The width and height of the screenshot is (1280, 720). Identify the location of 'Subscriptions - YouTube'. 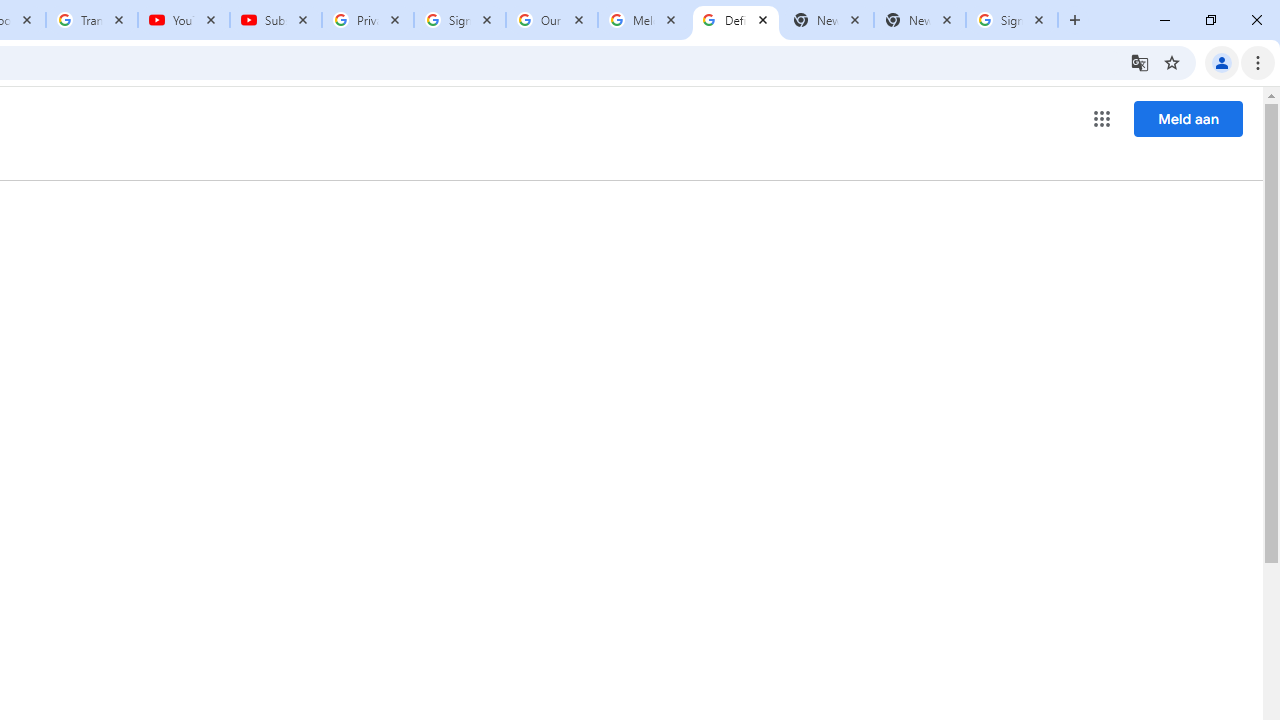
(275, 20).